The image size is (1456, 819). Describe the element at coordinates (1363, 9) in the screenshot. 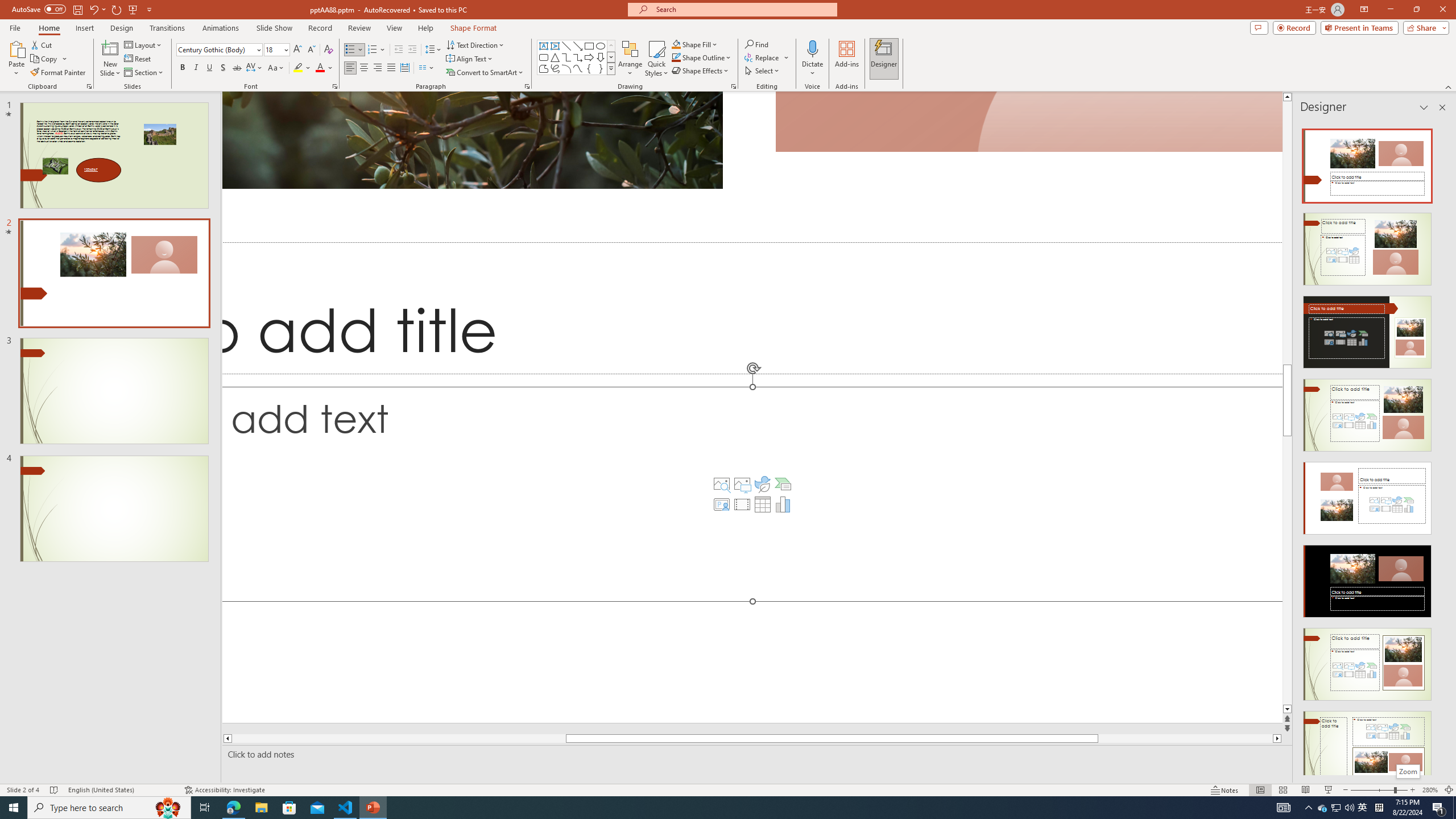

I see `'Ribbon Display Options'` at that location.